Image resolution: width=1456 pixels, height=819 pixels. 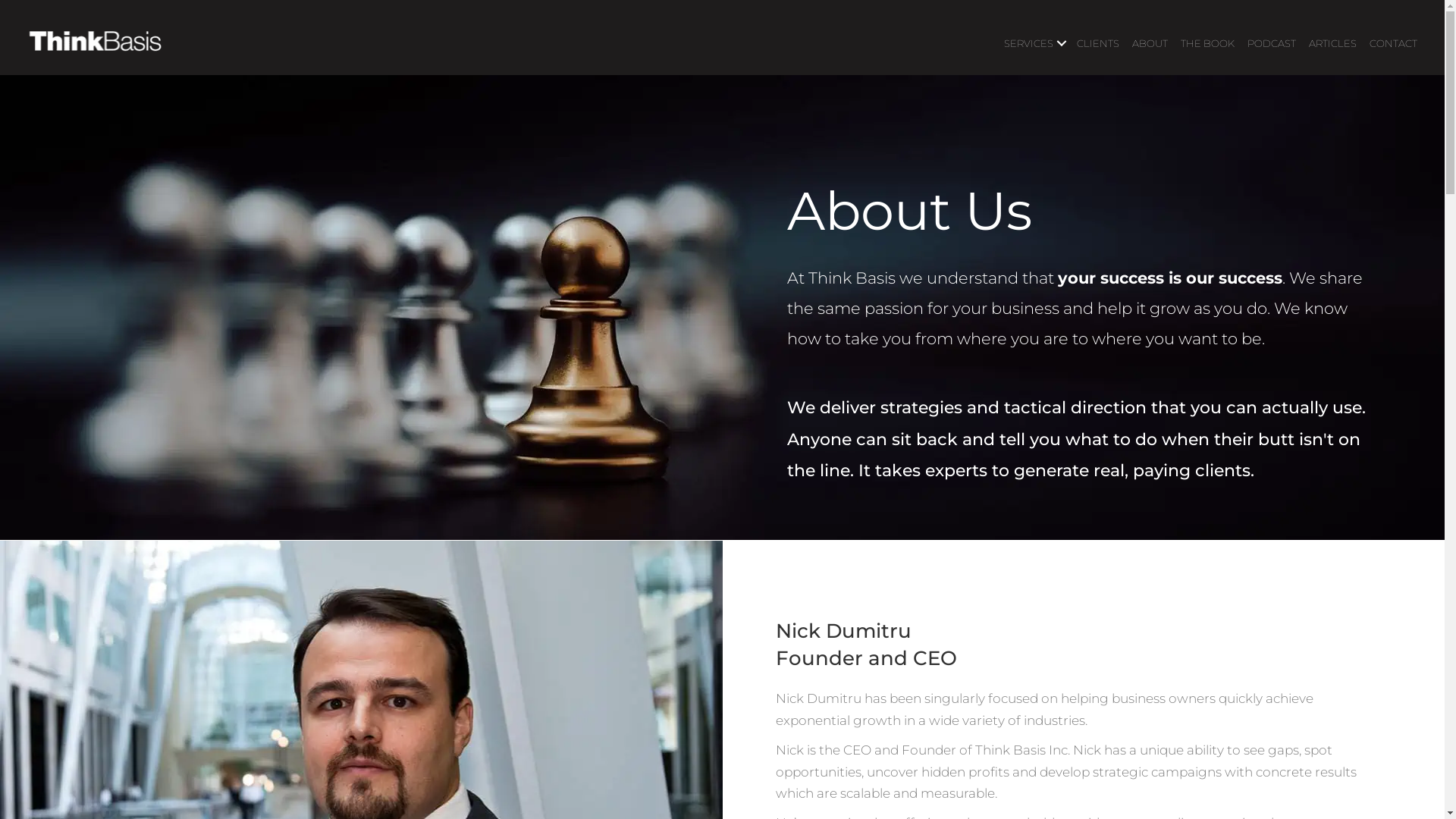 What do you see at coordinates (1241, 42) in the screenshot?
I see `'PODCAST'` at bounding box center [1241, 42].